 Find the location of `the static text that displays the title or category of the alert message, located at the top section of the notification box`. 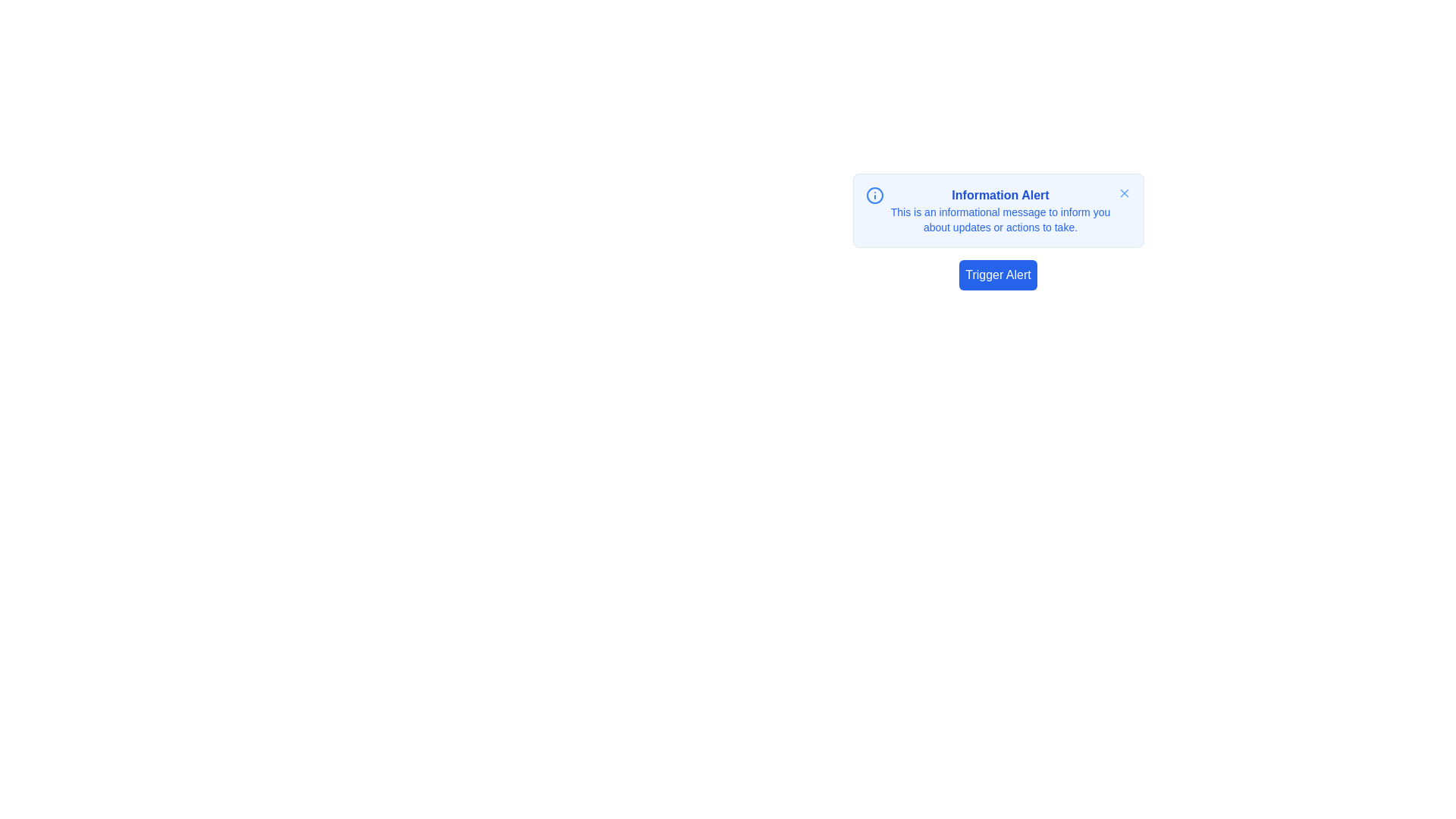

the static text that displays the title or category of the alert message, located at the top section of the notification box is located at coordinates (1000, 195).